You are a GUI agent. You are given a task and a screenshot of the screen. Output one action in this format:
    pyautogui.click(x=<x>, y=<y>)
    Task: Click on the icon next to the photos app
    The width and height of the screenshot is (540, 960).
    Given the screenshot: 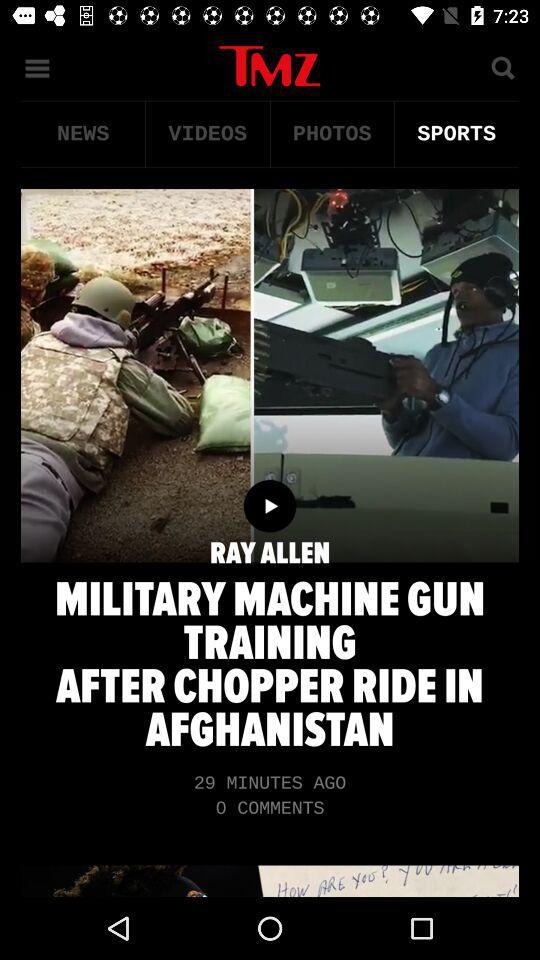 What is the action you would take?
    pyautogui.click(x=206, y=133)
    